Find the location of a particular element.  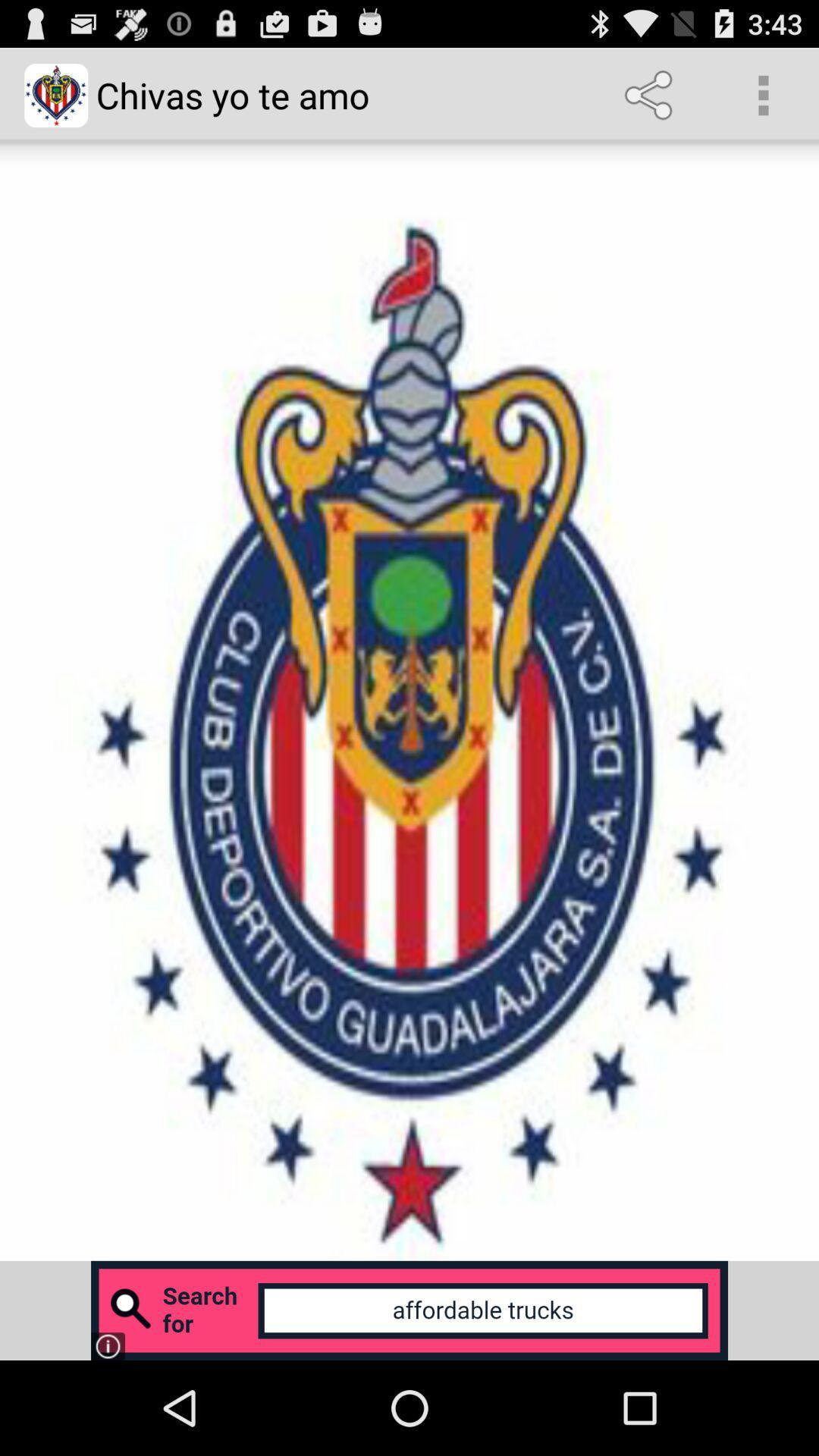

the item next to chivas yo te item is located at coordinates (651, 94).